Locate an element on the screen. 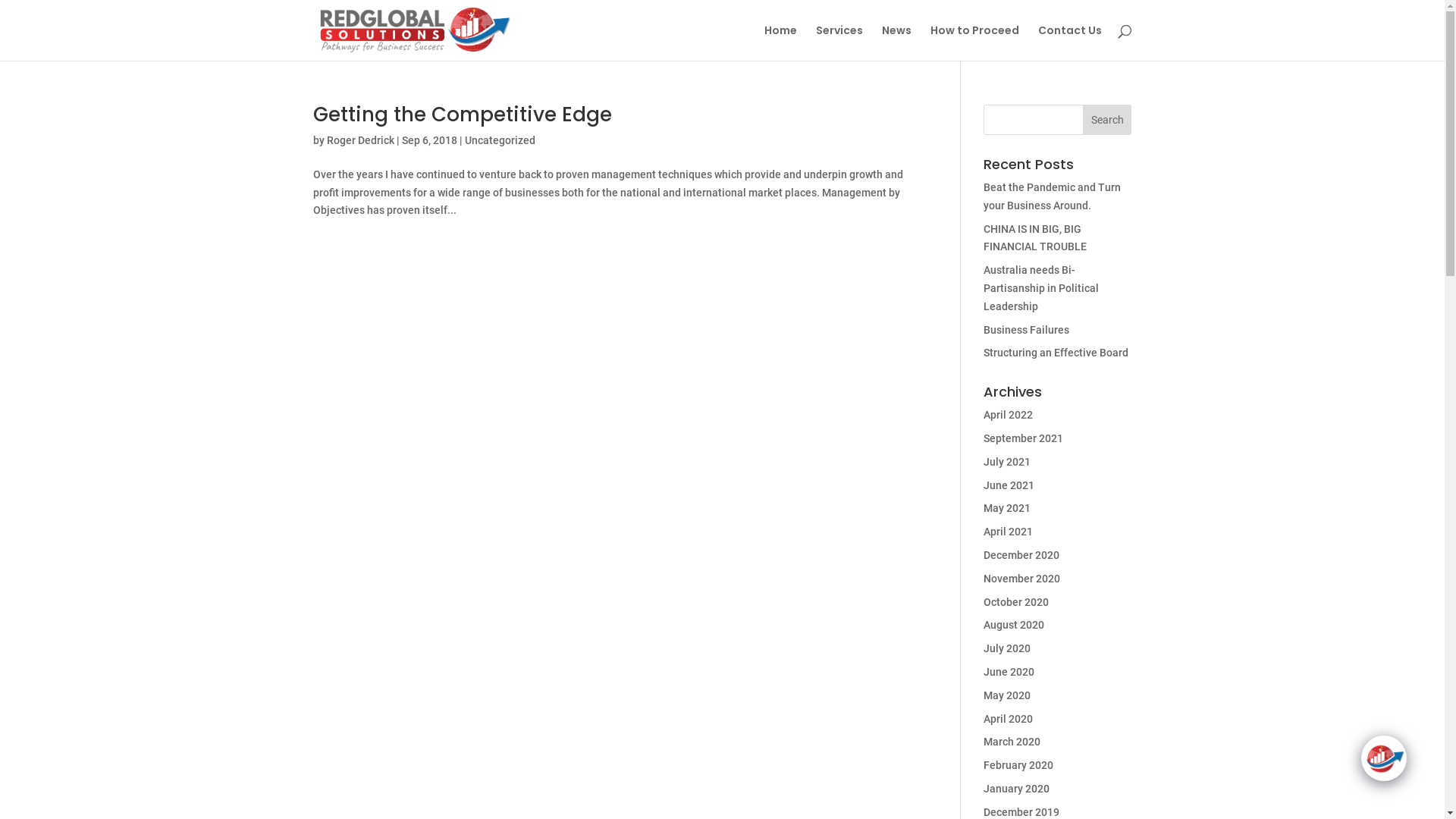 This screenshot has width=1456, height=819. 'Services' is located at coordinates (839, 42).